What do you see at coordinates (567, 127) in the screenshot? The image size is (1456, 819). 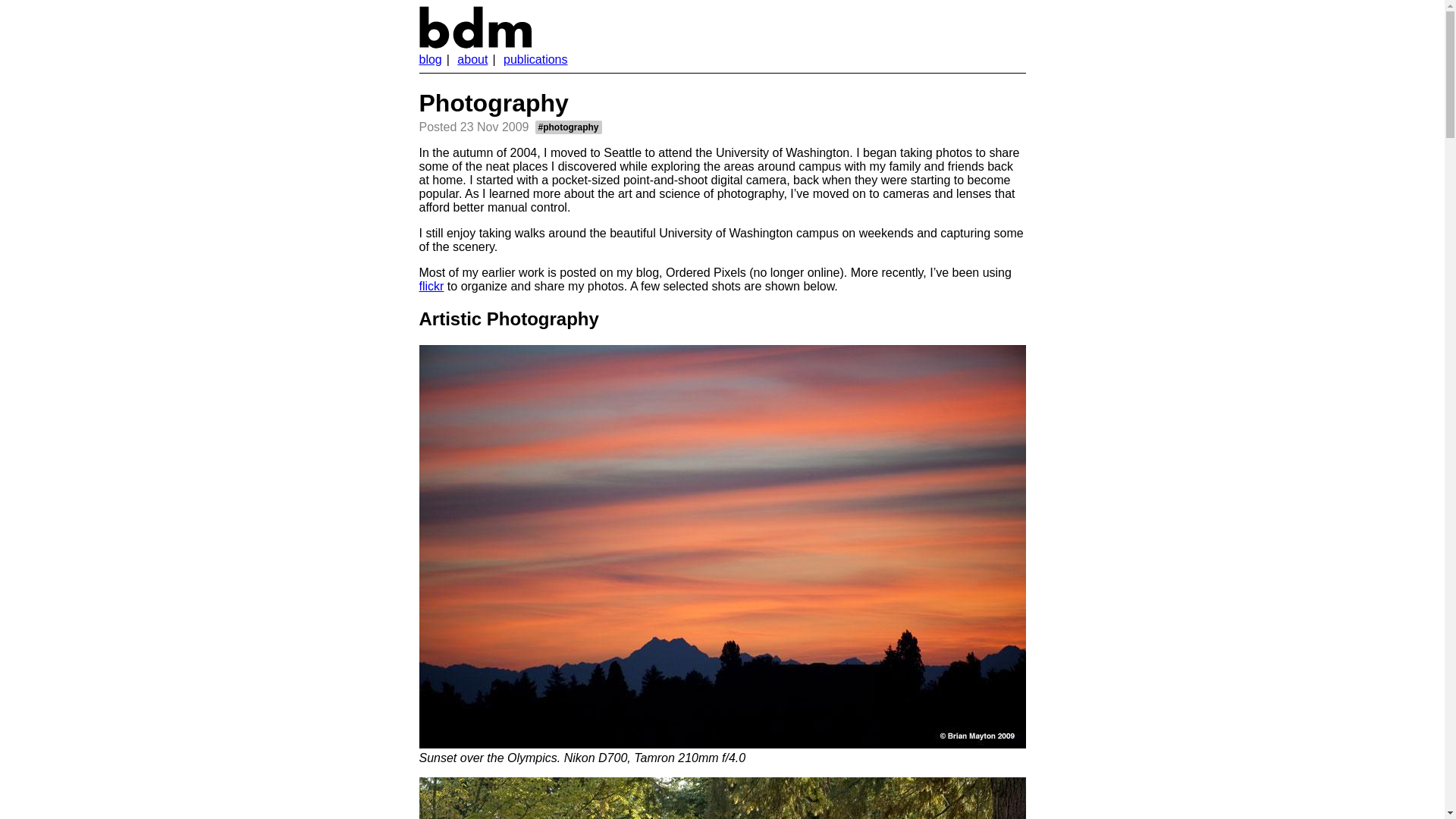 I see `'#photography'` at bounding box center [567, 127].